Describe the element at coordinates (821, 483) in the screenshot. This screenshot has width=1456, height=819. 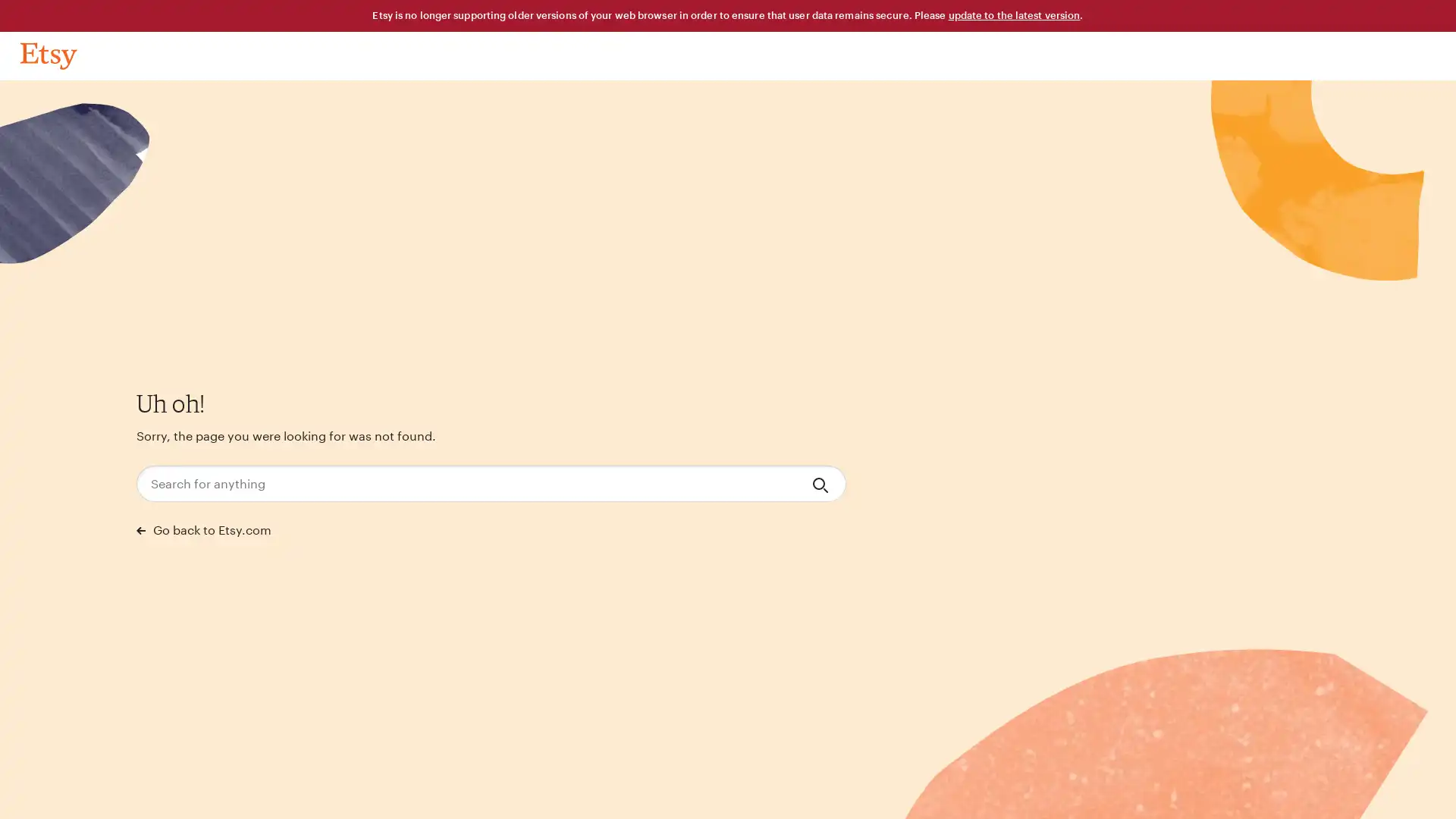
I see `Search` at that location.